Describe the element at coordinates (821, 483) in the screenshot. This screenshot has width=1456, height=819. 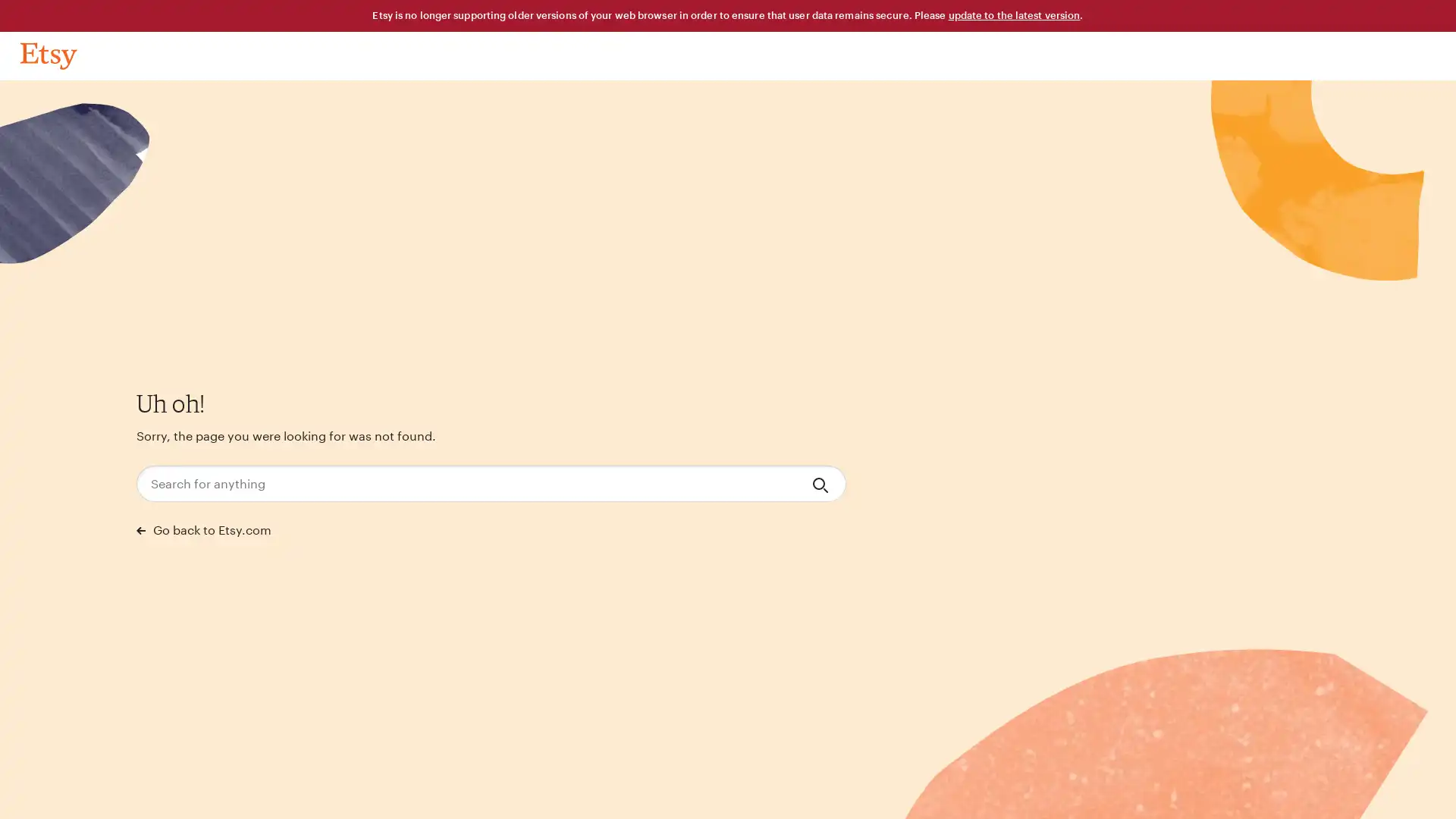
I see `Search` at that location.